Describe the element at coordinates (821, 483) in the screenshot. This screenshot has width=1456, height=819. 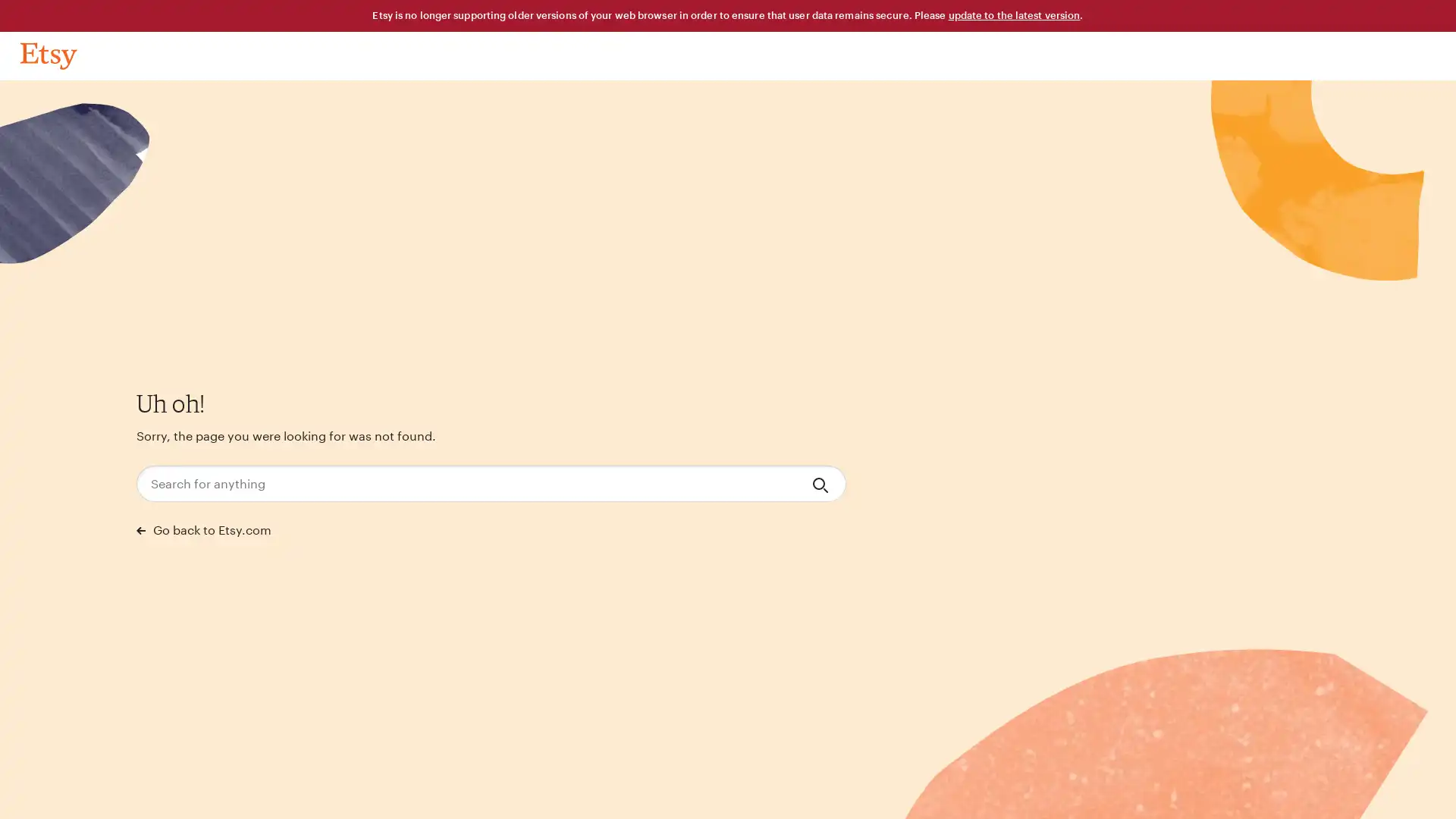
I see `Search` at that location.